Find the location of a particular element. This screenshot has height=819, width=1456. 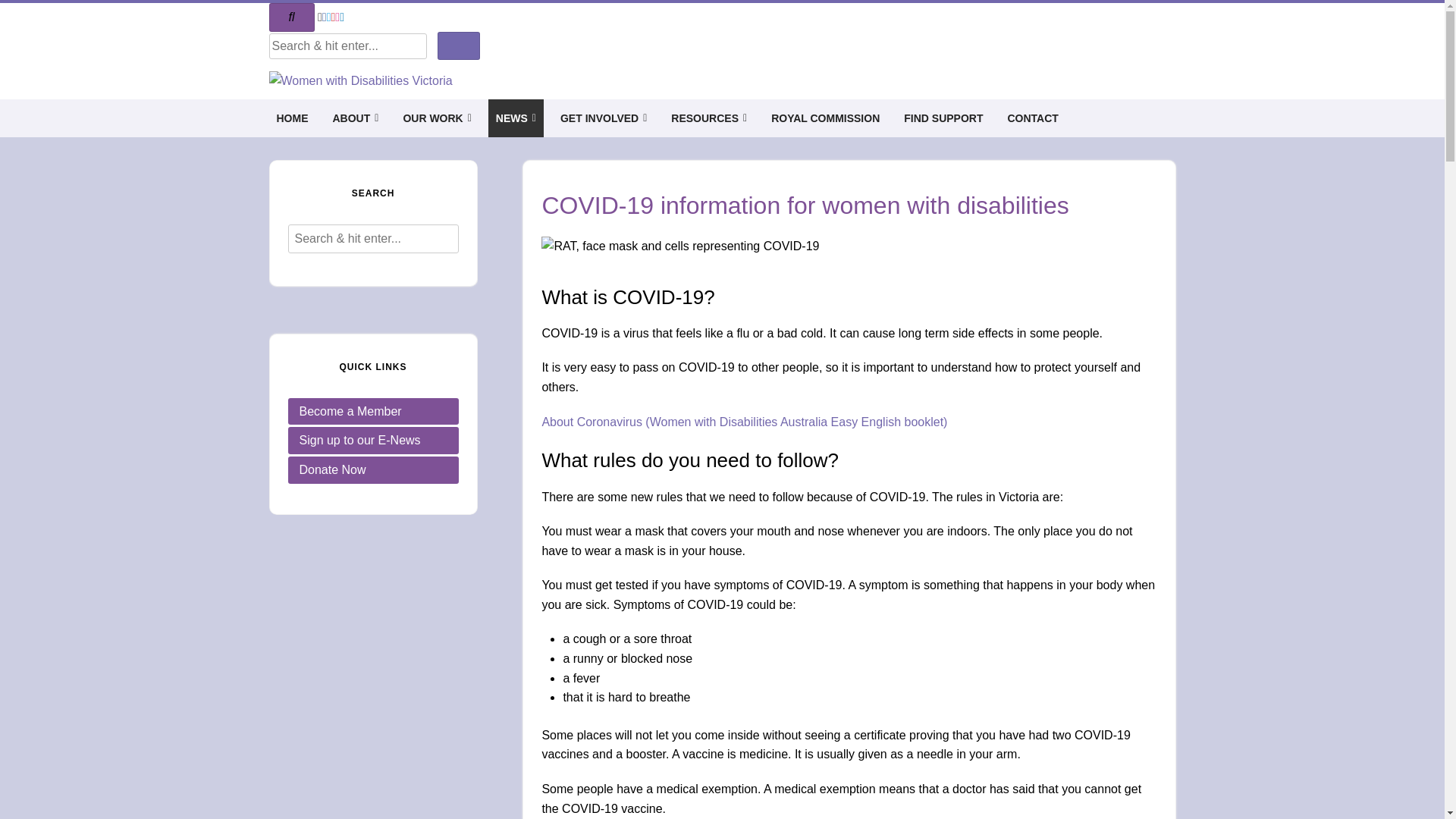

'HOME' is located at coordinates (291, 117).